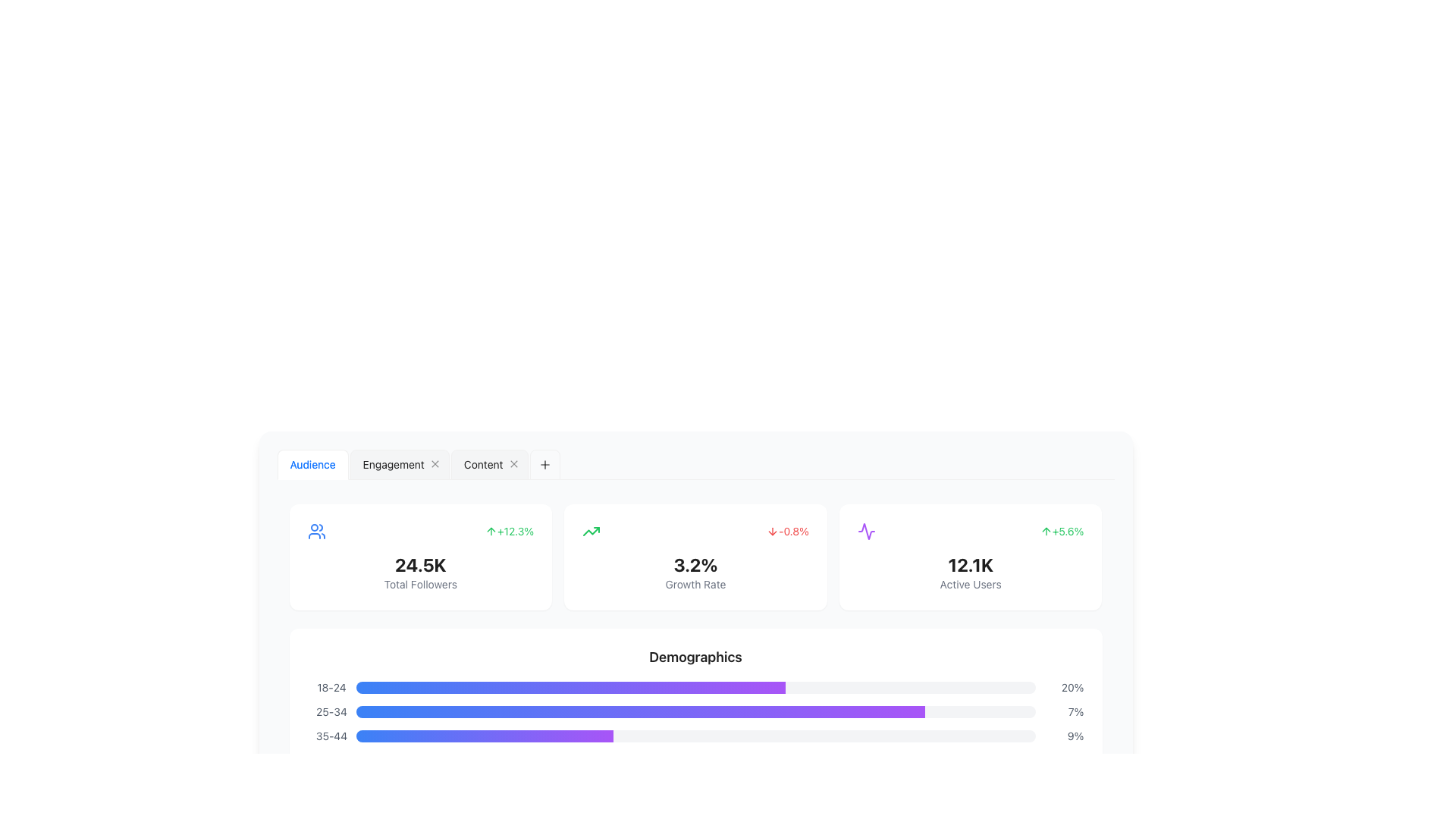 Image resolution: width=1456 pixels, height=819 pixels. I want to click on the close icon on the 'Engagement' tab, so click(400, 464).